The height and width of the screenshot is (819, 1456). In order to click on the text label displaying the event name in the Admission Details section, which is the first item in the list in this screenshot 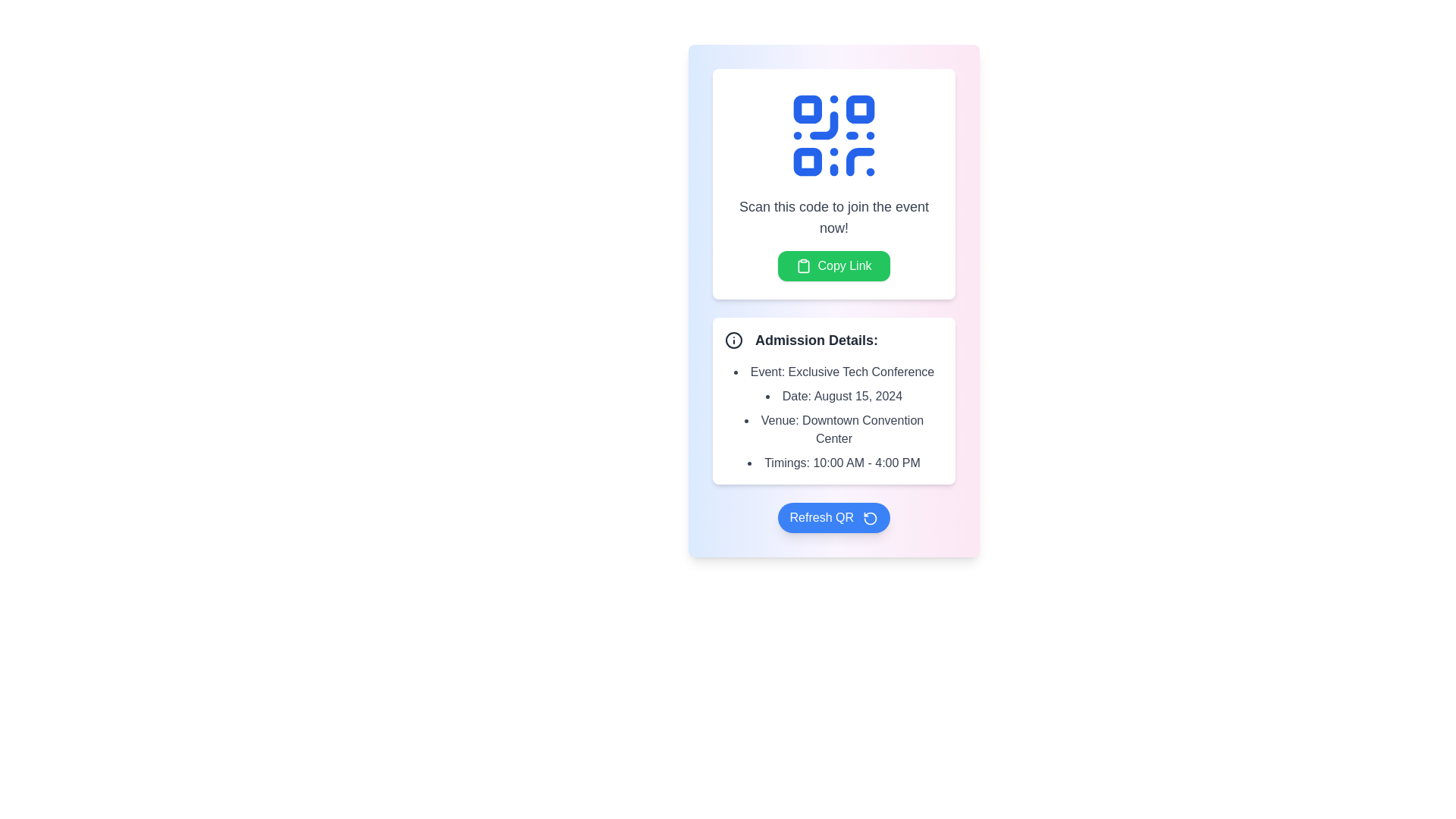, I will do `click(833, 372)`.